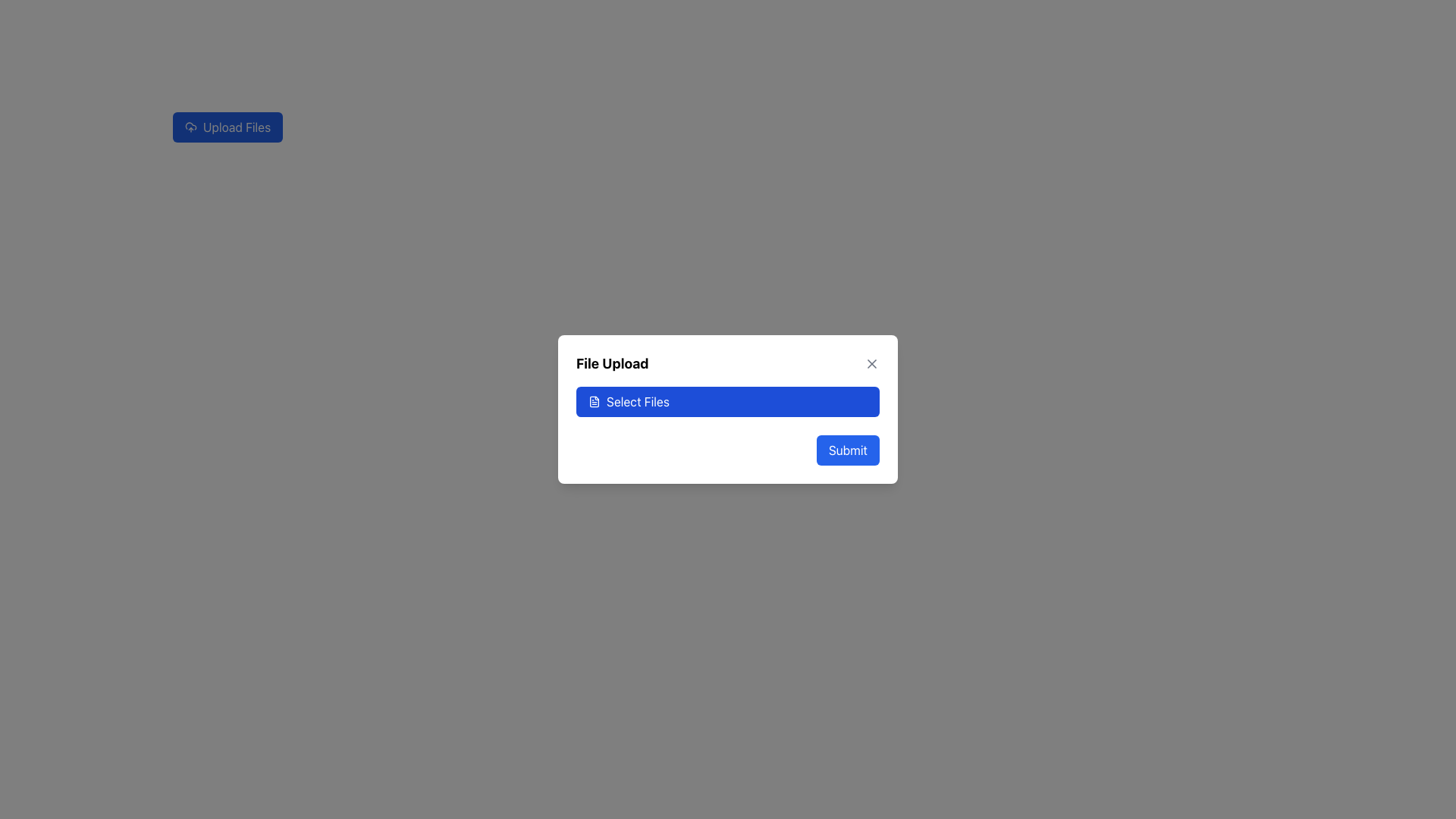 The height and width of the screenshot is (819, 1456). What do you see at coordinates (190, 127) in the screenshot?
I see `the upload icon located within the 'Upload Files' button at the top-left of the interface` at bounding box center [190, 127].